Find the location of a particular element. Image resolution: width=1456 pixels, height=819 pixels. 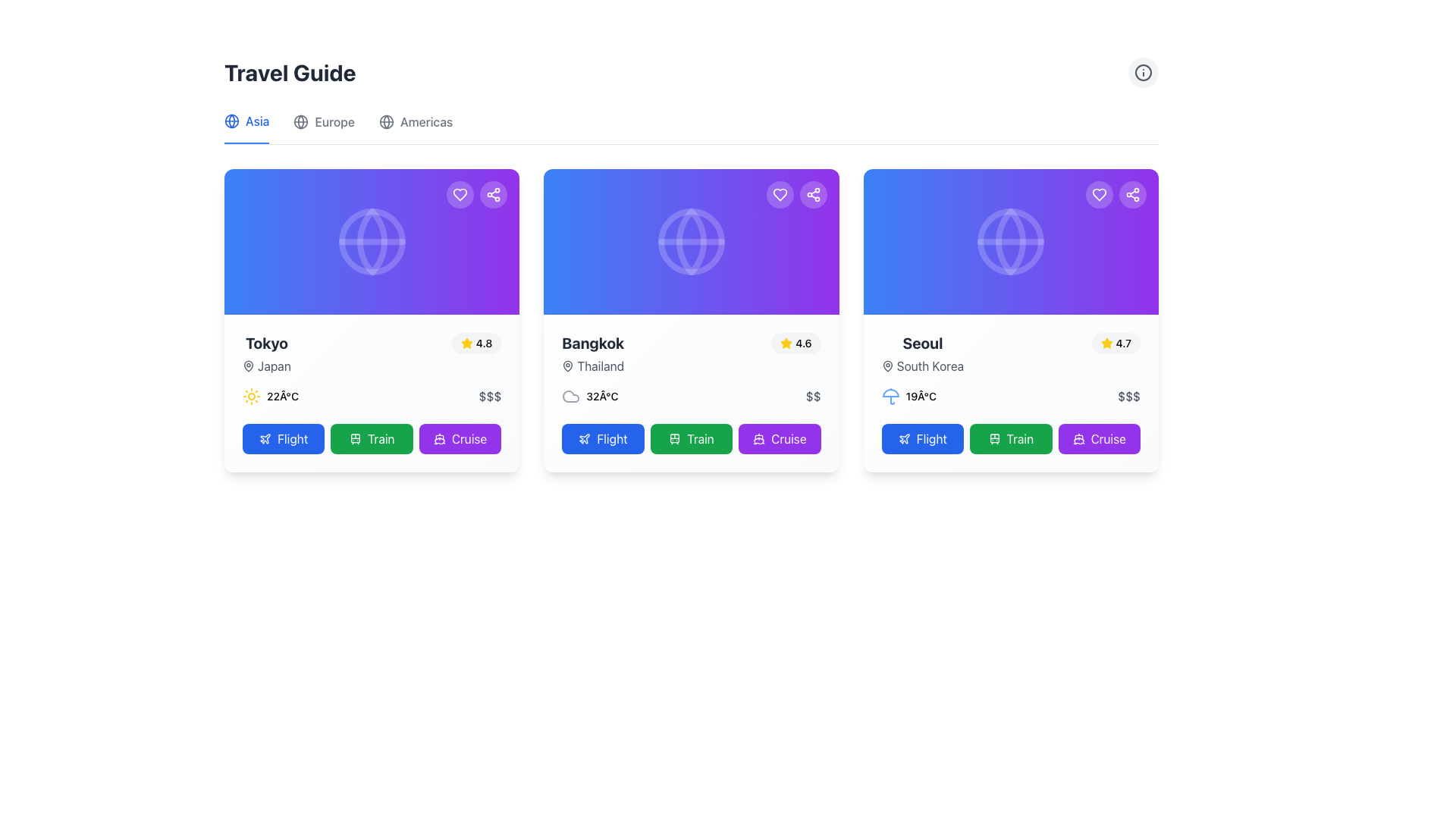

the heart icon with a white outline located in the upper-right corner of the purple card for Seoul to mark the item as a favorite is located at coordinates (1099, 194).